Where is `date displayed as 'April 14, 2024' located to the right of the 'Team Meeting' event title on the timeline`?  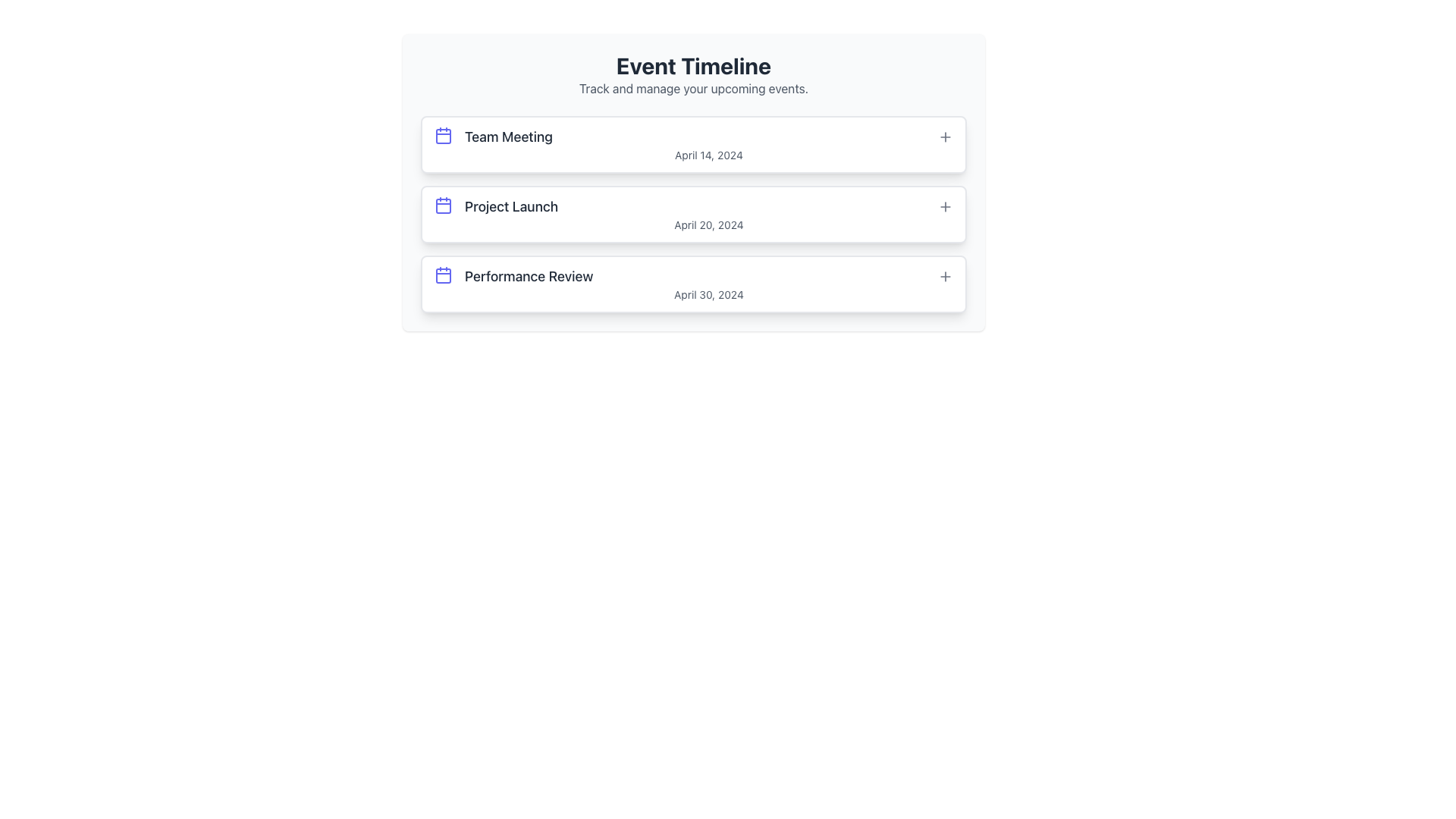 date displayed as 'April 14, 2024' located to the right of the 'Team Meeting' event title on the timeline is located at coordinates (708, 155).